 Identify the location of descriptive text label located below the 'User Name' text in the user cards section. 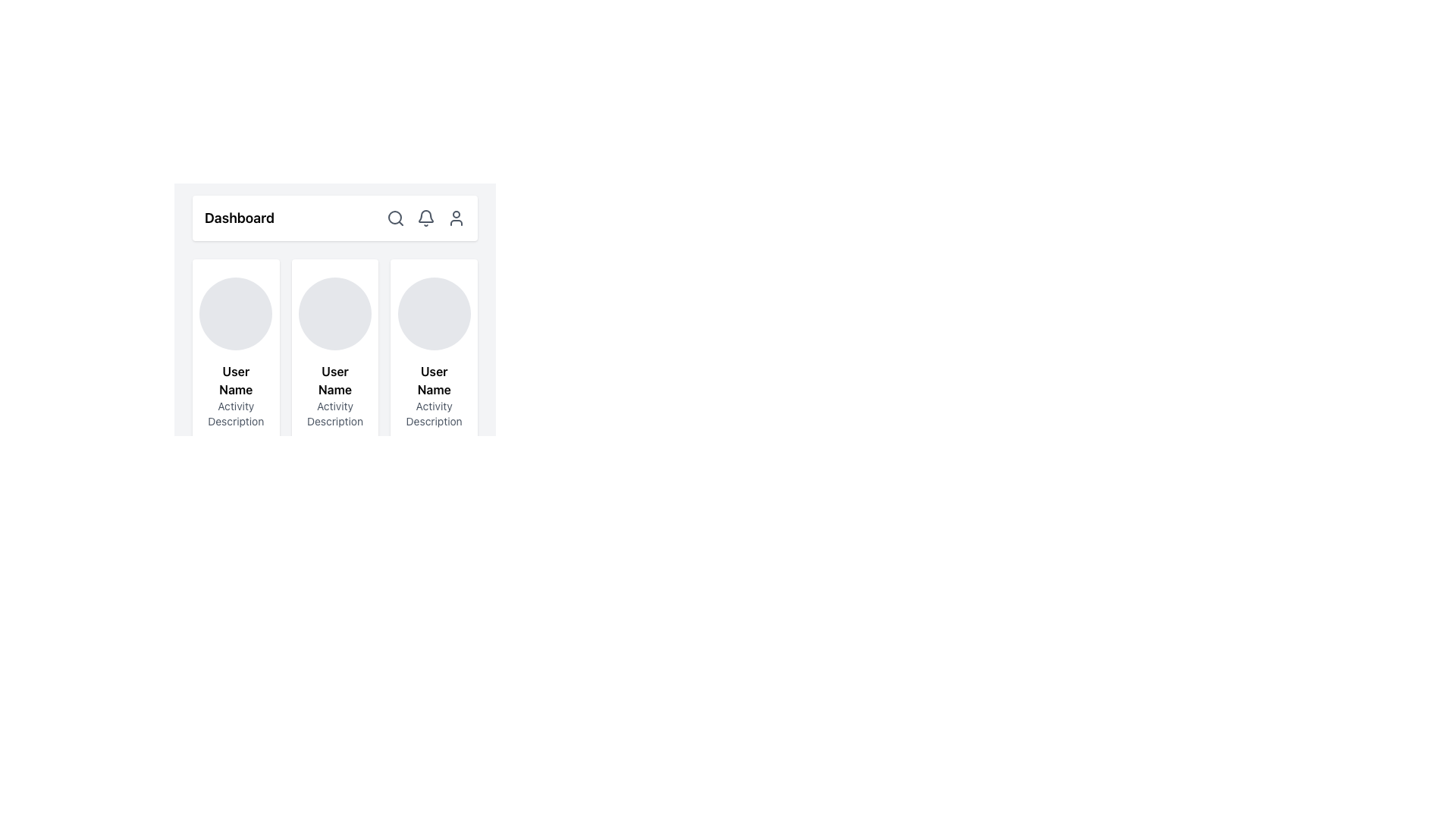
(235, 414).